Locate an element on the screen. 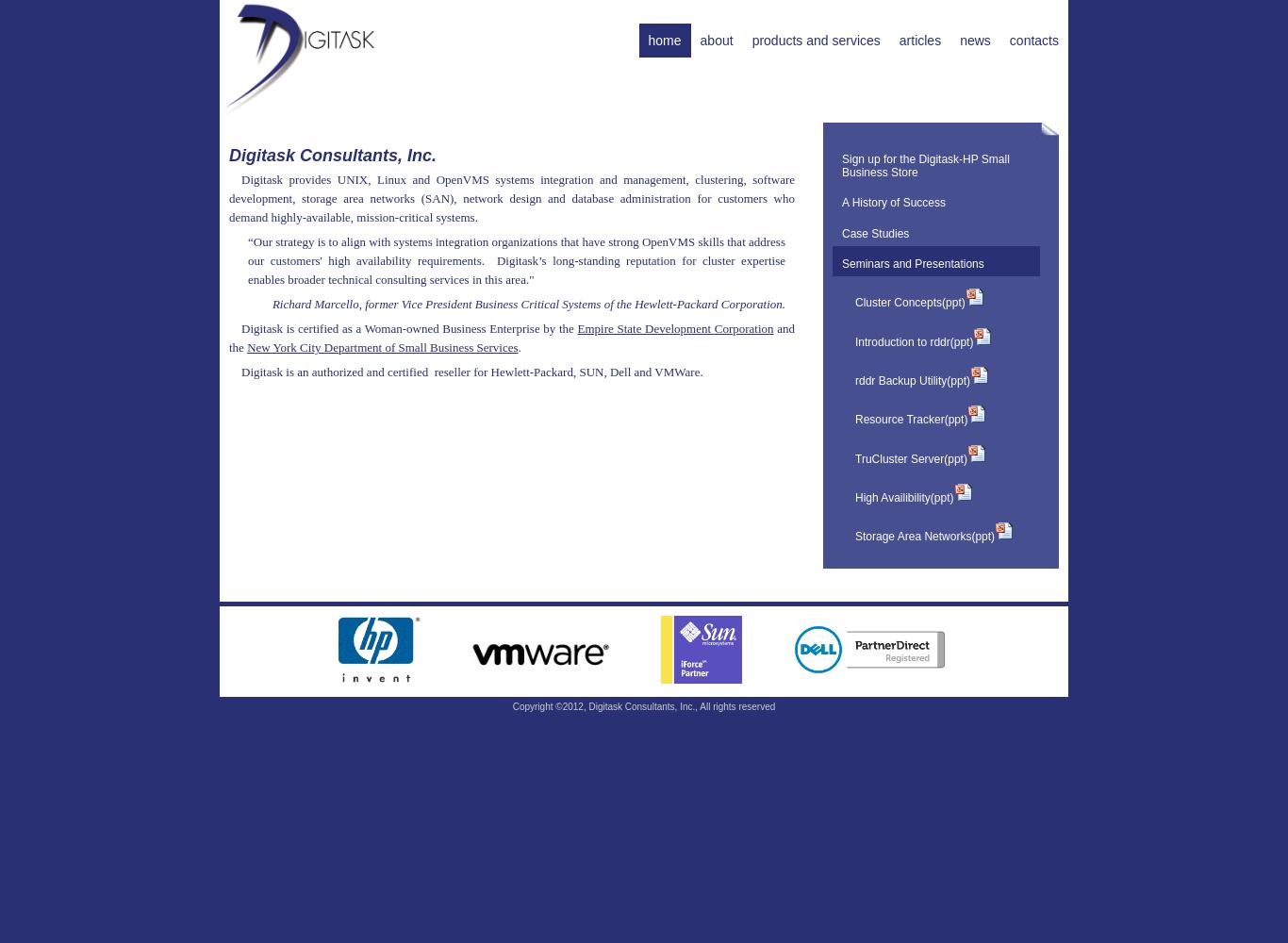  '.' is located at coordinates (517, 345).